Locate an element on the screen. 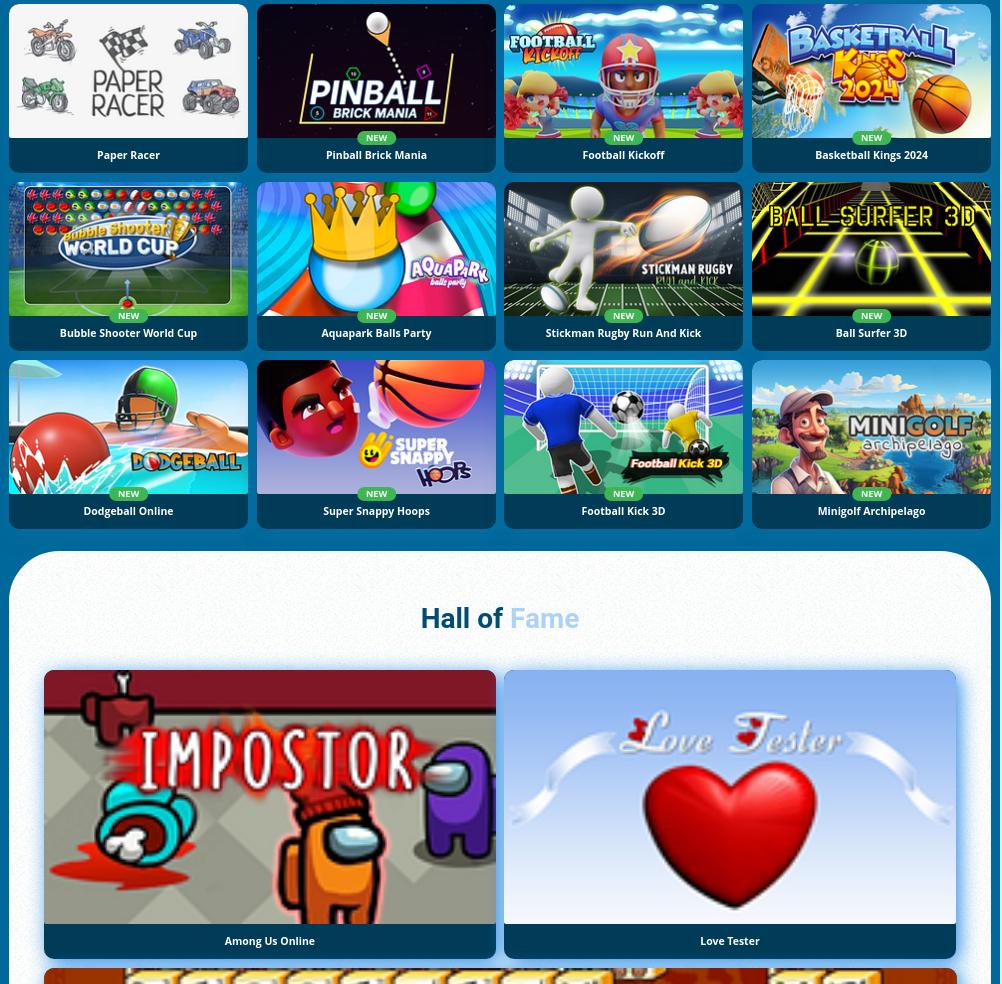 This screenshot has height=984, width=1002. 'Fame' is located at coordinates (544, 618).